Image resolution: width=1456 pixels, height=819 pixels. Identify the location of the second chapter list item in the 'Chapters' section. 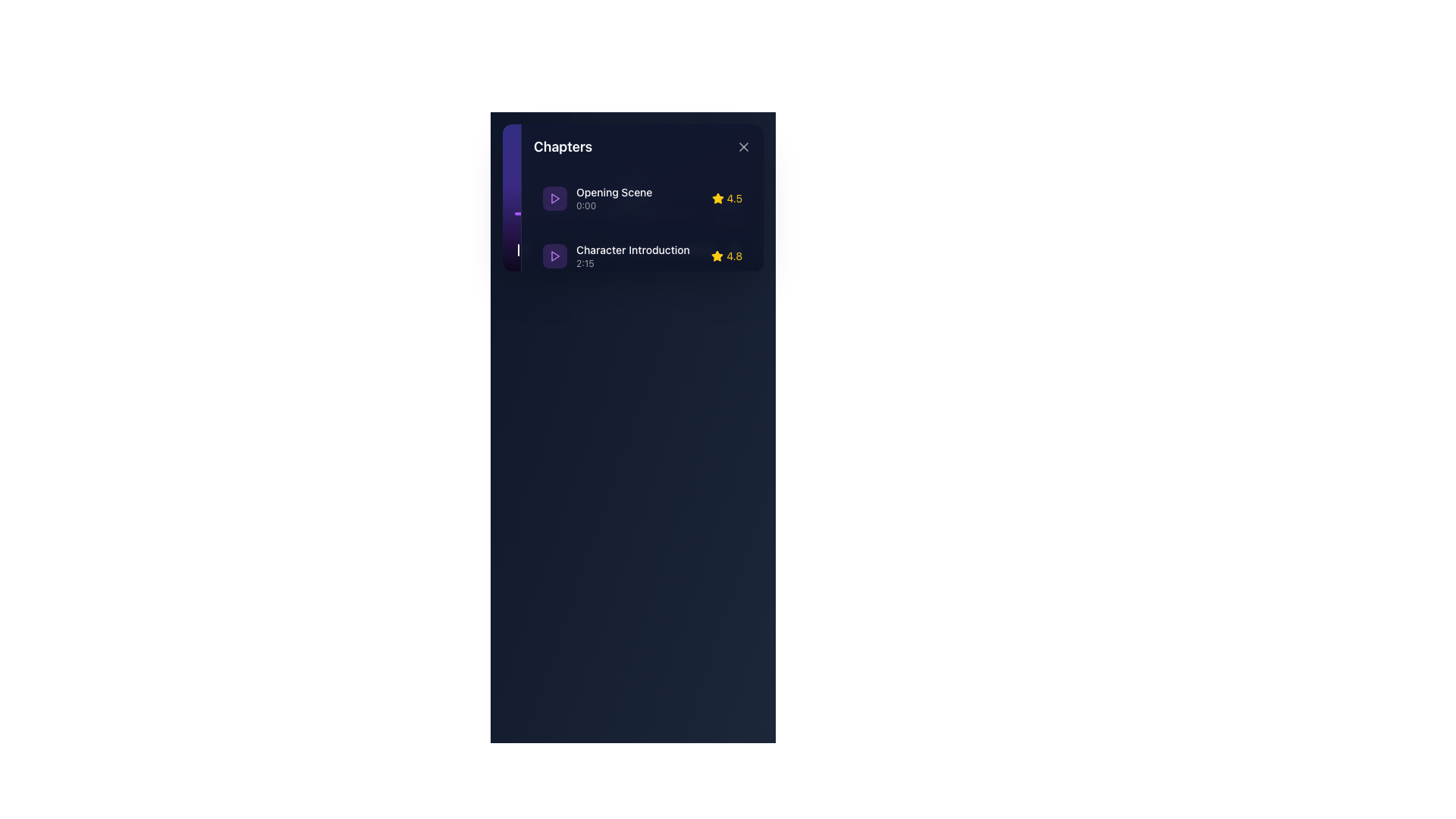
(616, 256).